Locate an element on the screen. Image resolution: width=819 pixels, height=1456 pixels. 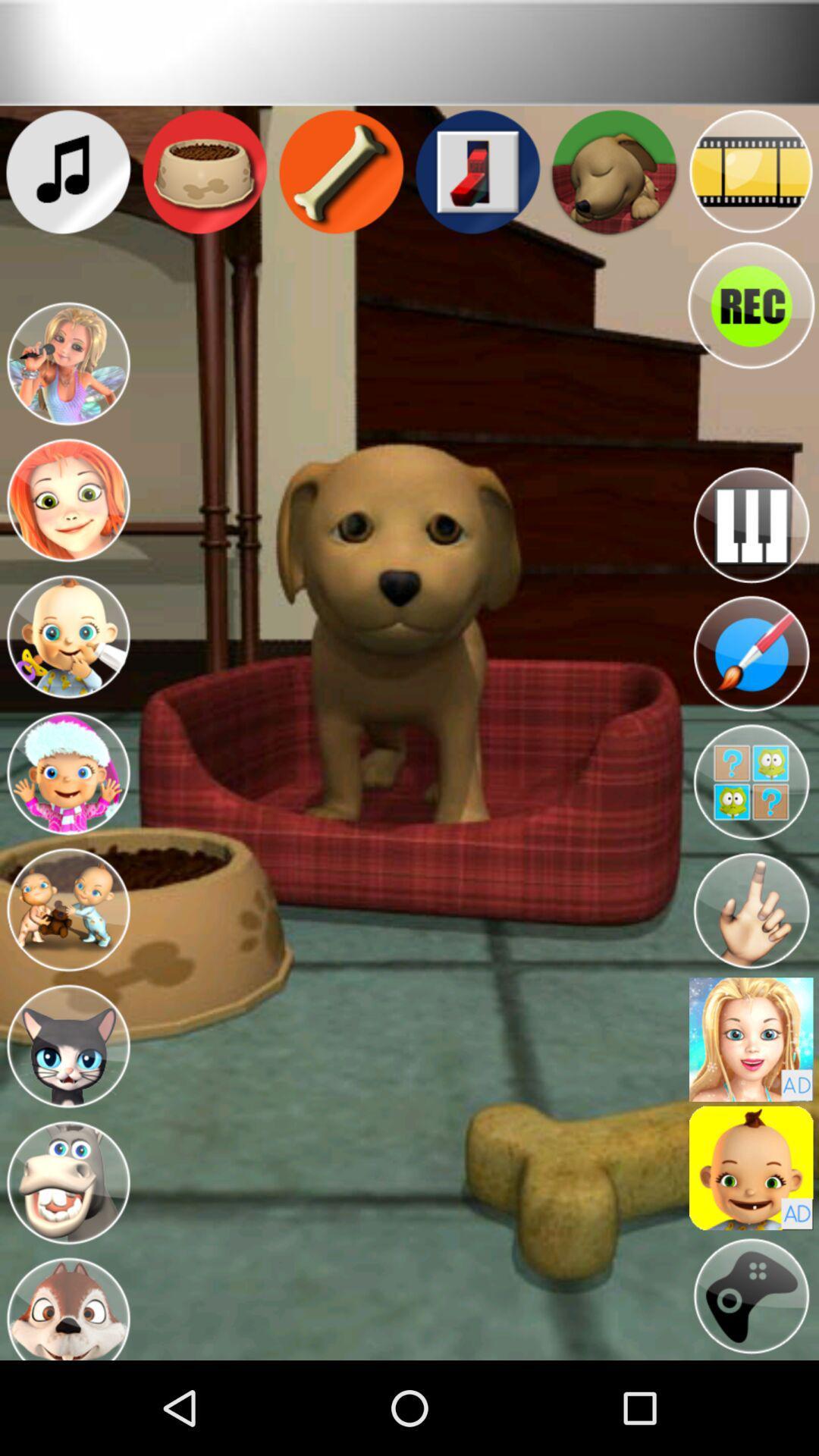
the avatar icon is located at coordinates (67, 827).